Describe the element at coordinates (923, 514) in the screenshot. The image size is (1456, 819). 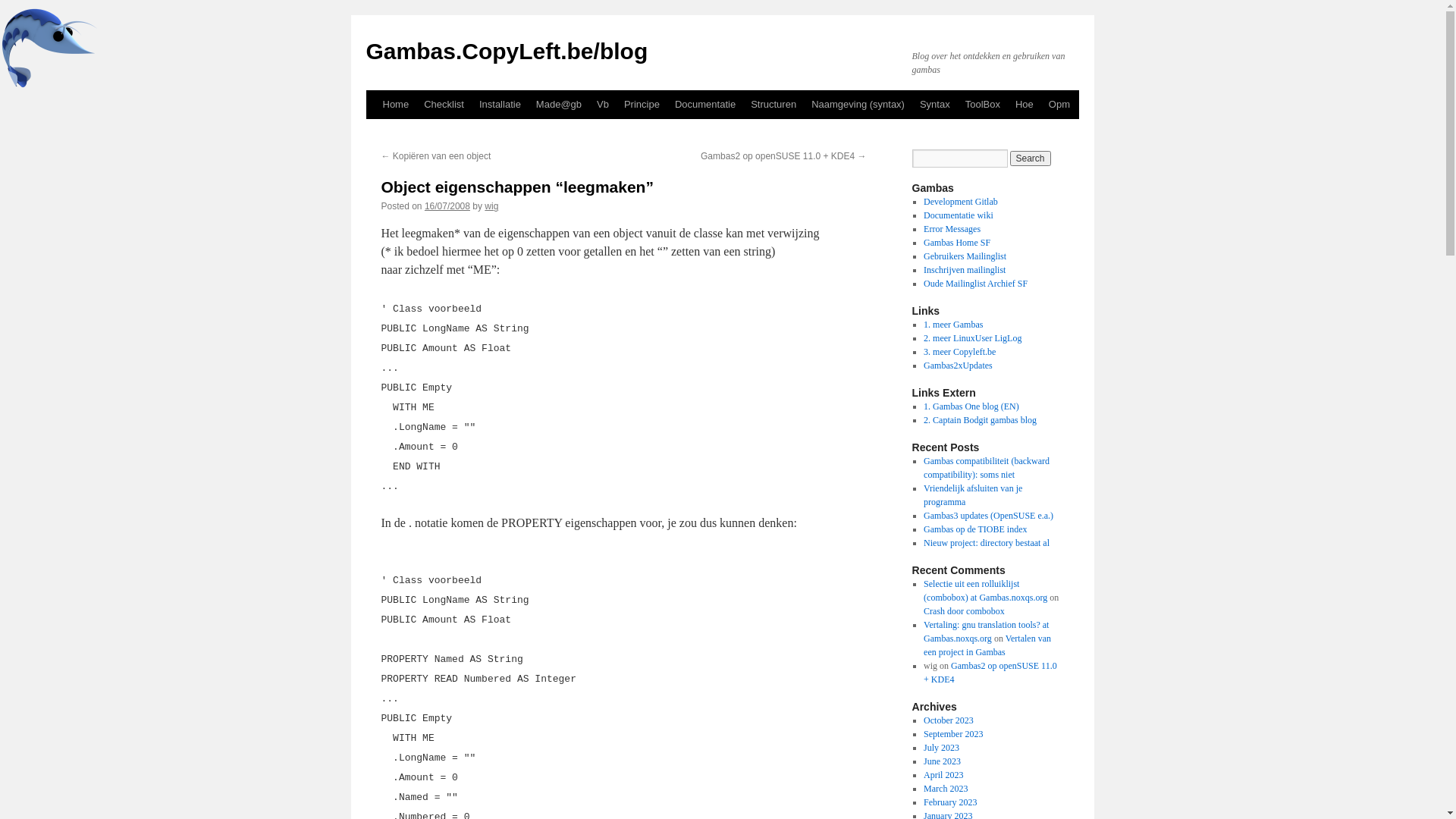
I see `'Gambas3 updates (OpenSUSE e.a.)'` at that location.